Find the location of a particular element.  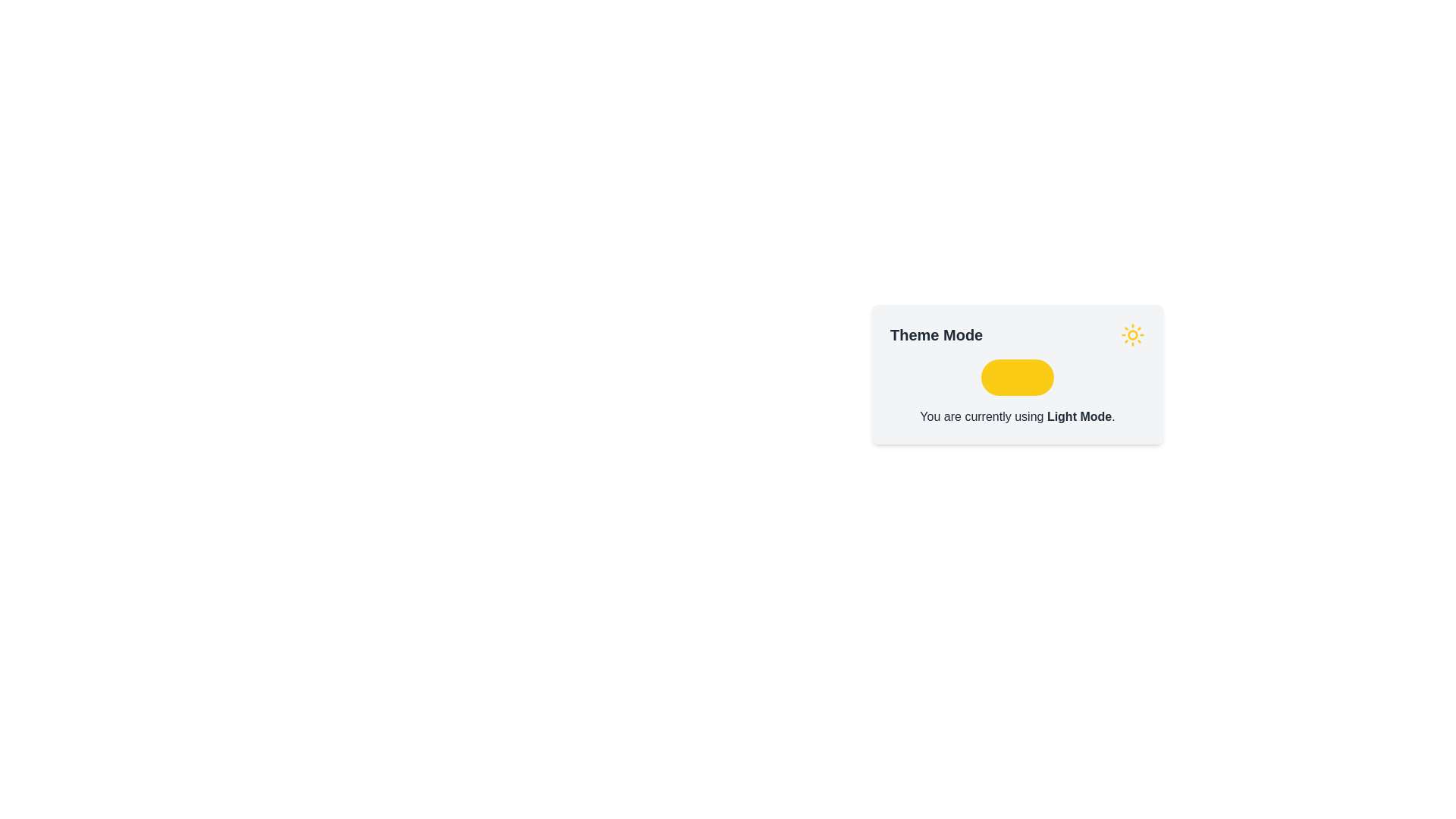

the sun icon representing 'Light Mode' theme, which is located at the extreme right of the 'Theme Mode' section in the application is located at coordinates (1132, 334).